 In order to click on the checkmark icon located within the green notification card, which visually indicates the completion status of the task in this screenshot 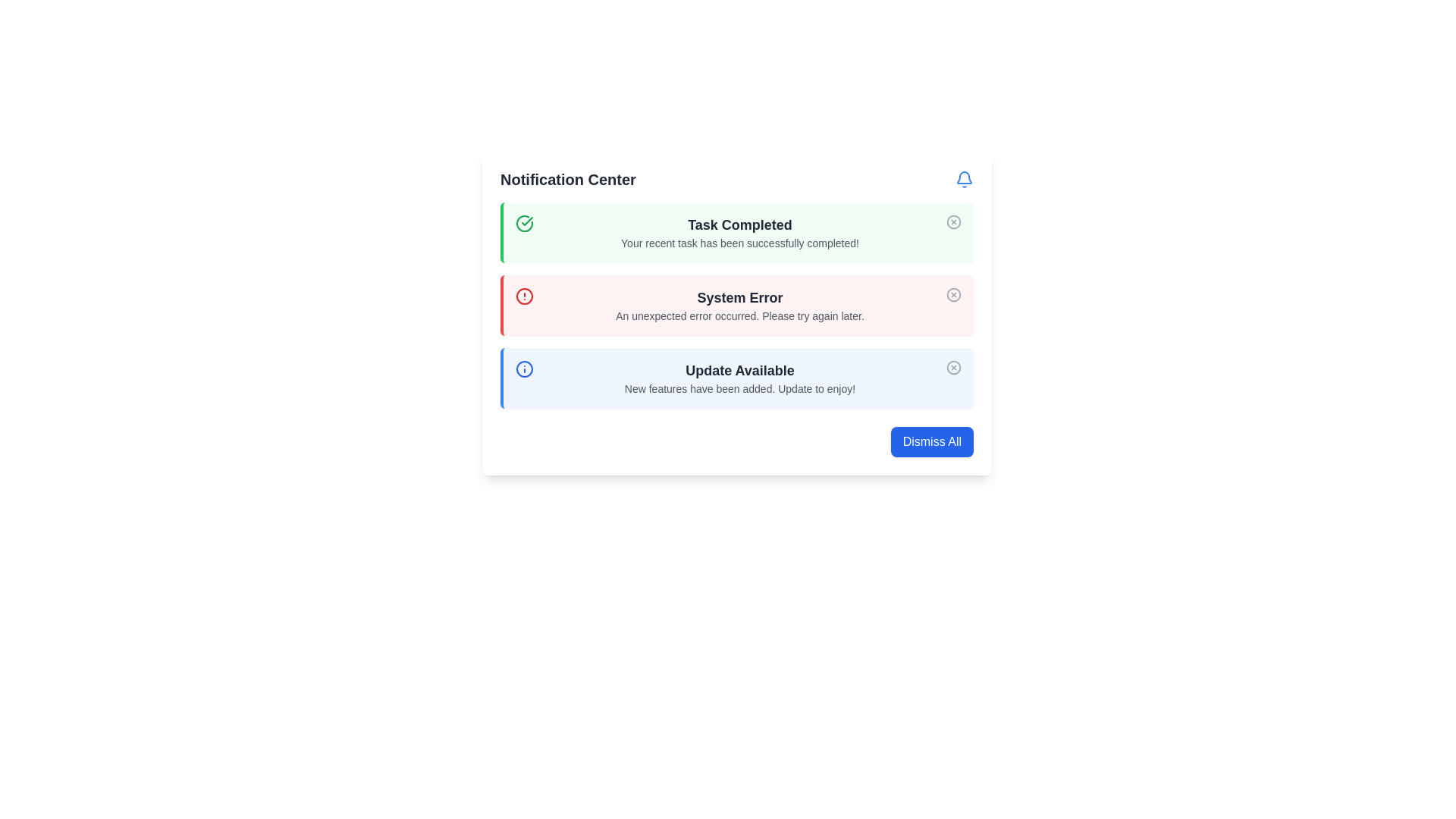, I will do `click(527, 221)`.